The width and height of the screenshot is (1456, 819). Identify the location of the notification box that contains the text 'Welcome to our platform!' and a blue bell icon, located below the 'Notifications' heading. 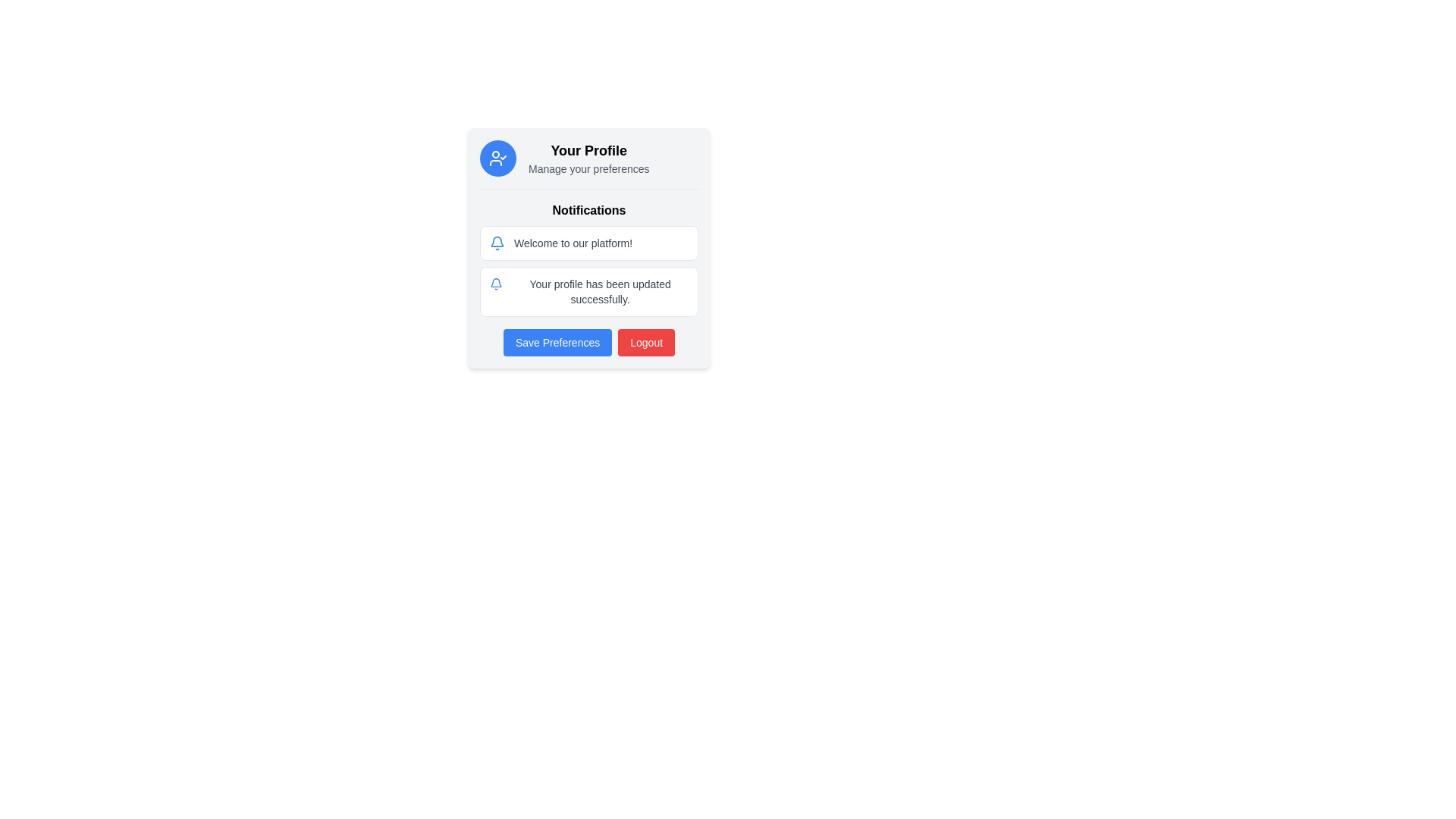
(588, 247).